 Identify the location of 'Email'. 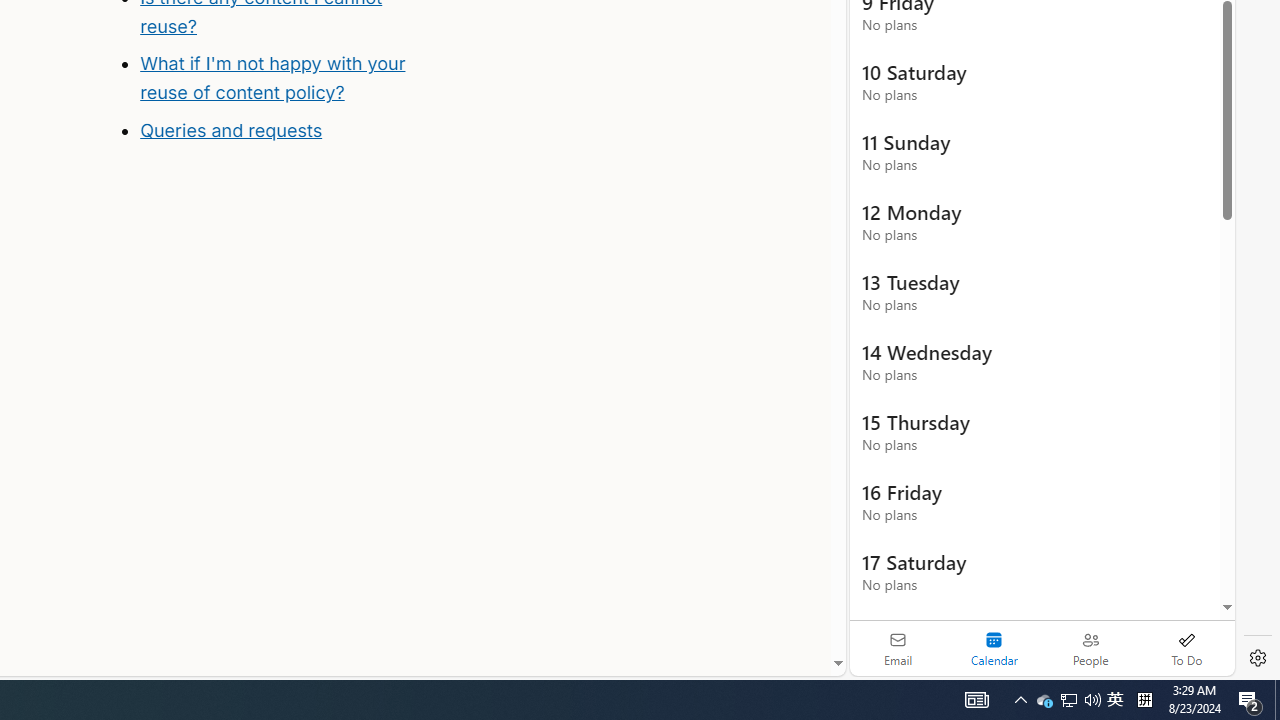
(897, 648).